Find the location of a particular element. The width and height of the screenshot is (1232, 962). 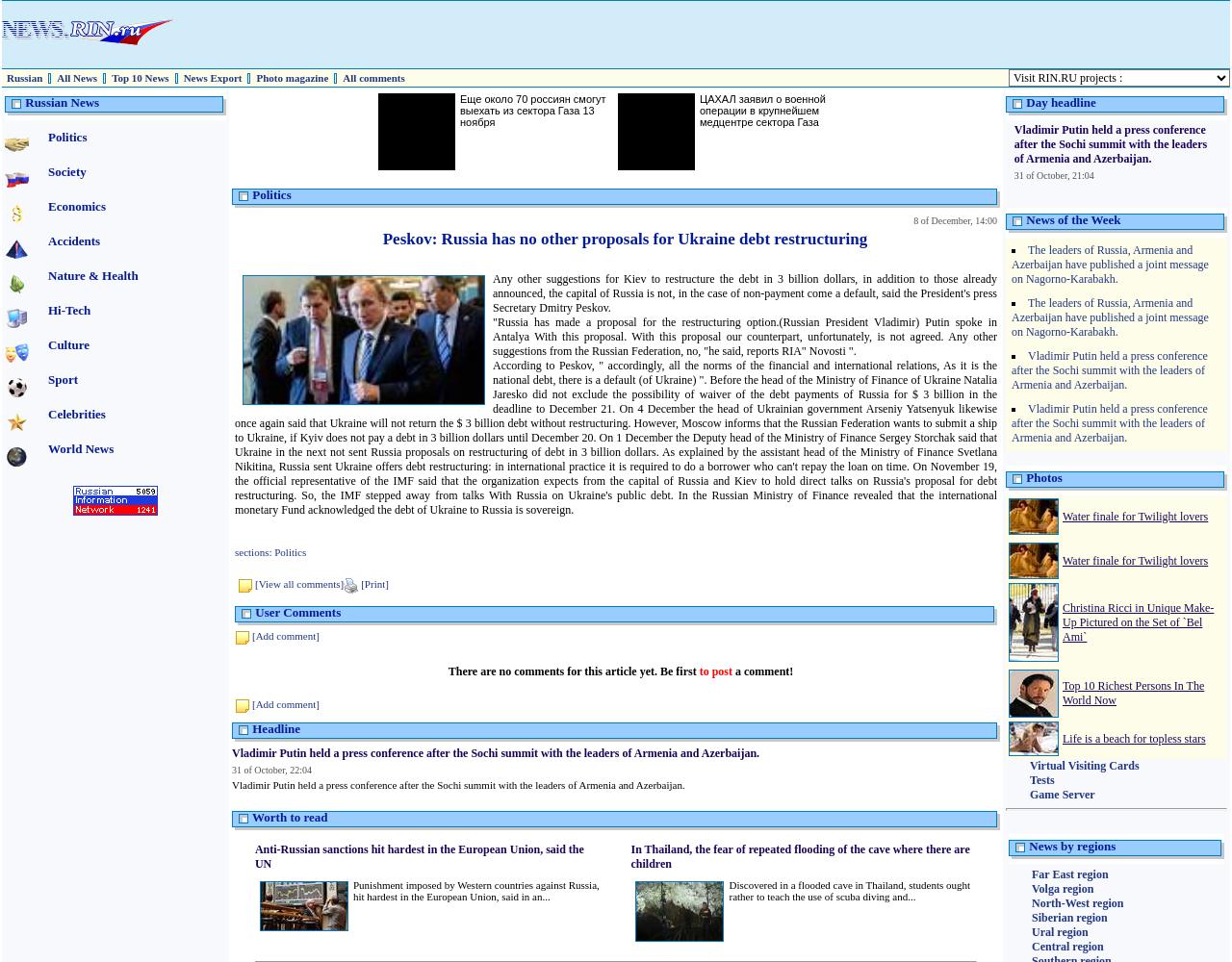

'Siberian region' is located at coordinates (1068, 917).